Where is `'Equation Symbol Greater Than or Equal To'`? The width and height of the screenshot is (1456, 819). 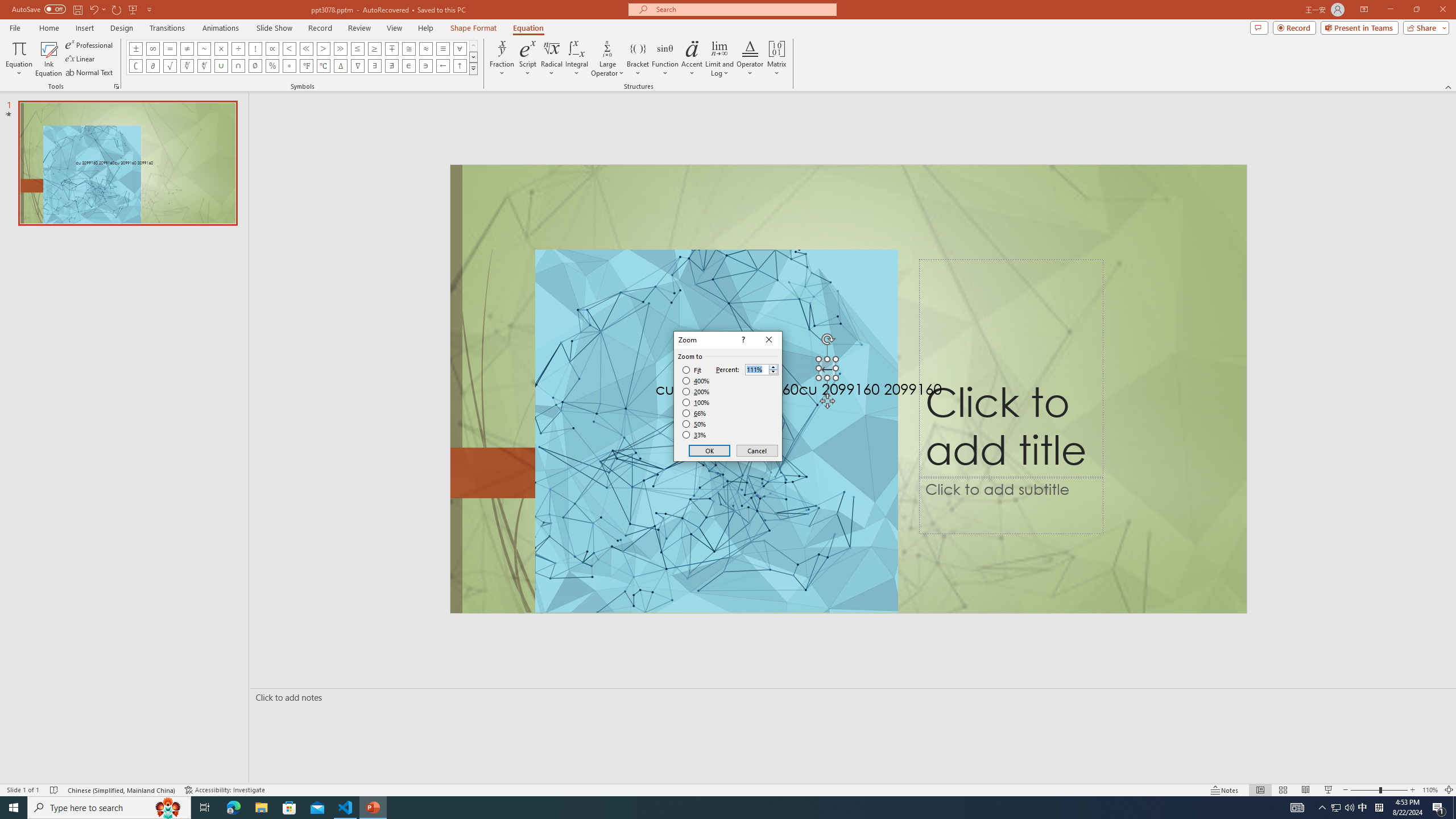 'Equation Symbol Greater Than or Equal To' is located at coordinates (375, 48).